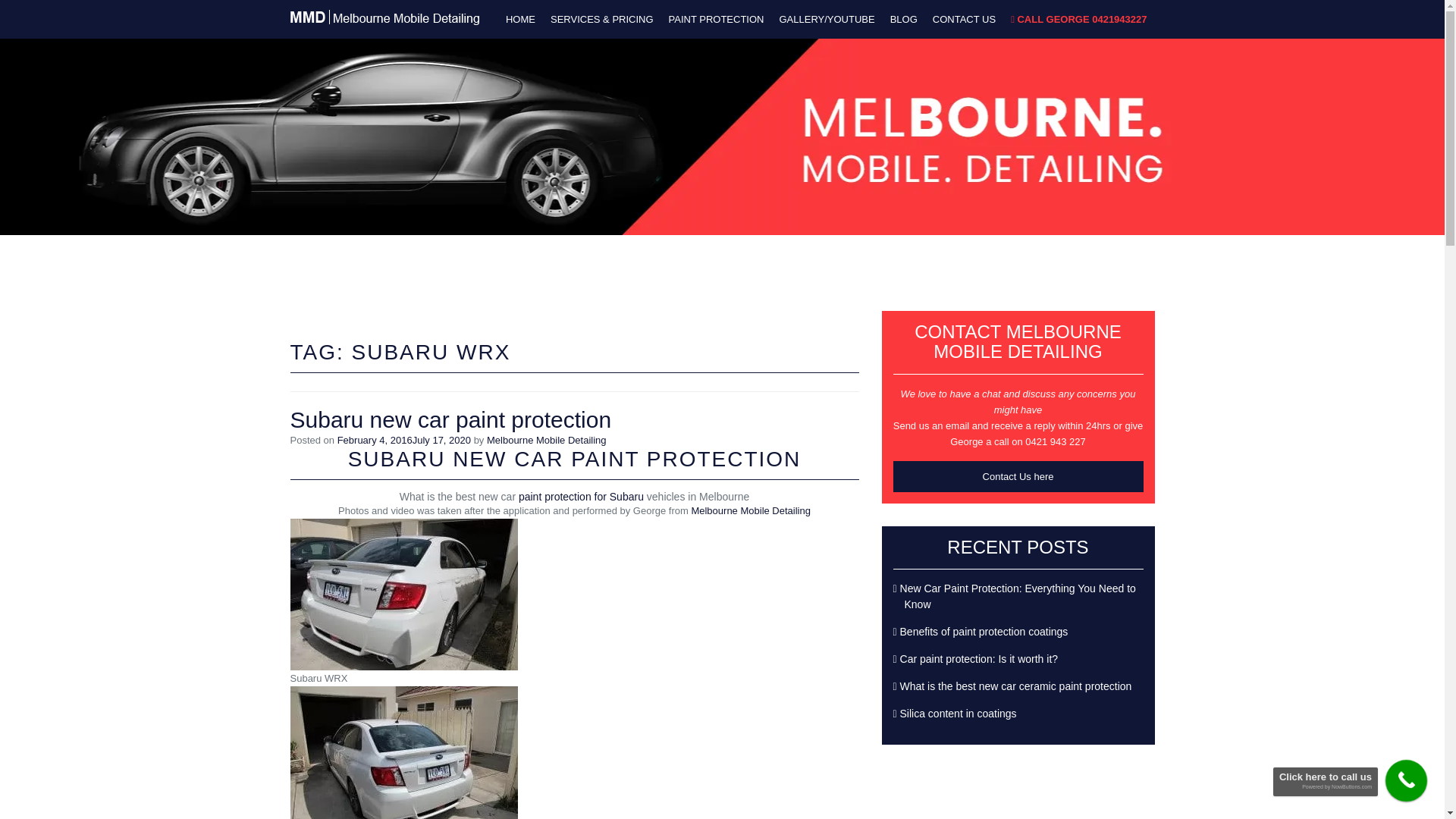  Describe the element at coordinates (451, 458) in the screenshot. I see `'NEW CAR PAINT PROTECTION'` at that location.